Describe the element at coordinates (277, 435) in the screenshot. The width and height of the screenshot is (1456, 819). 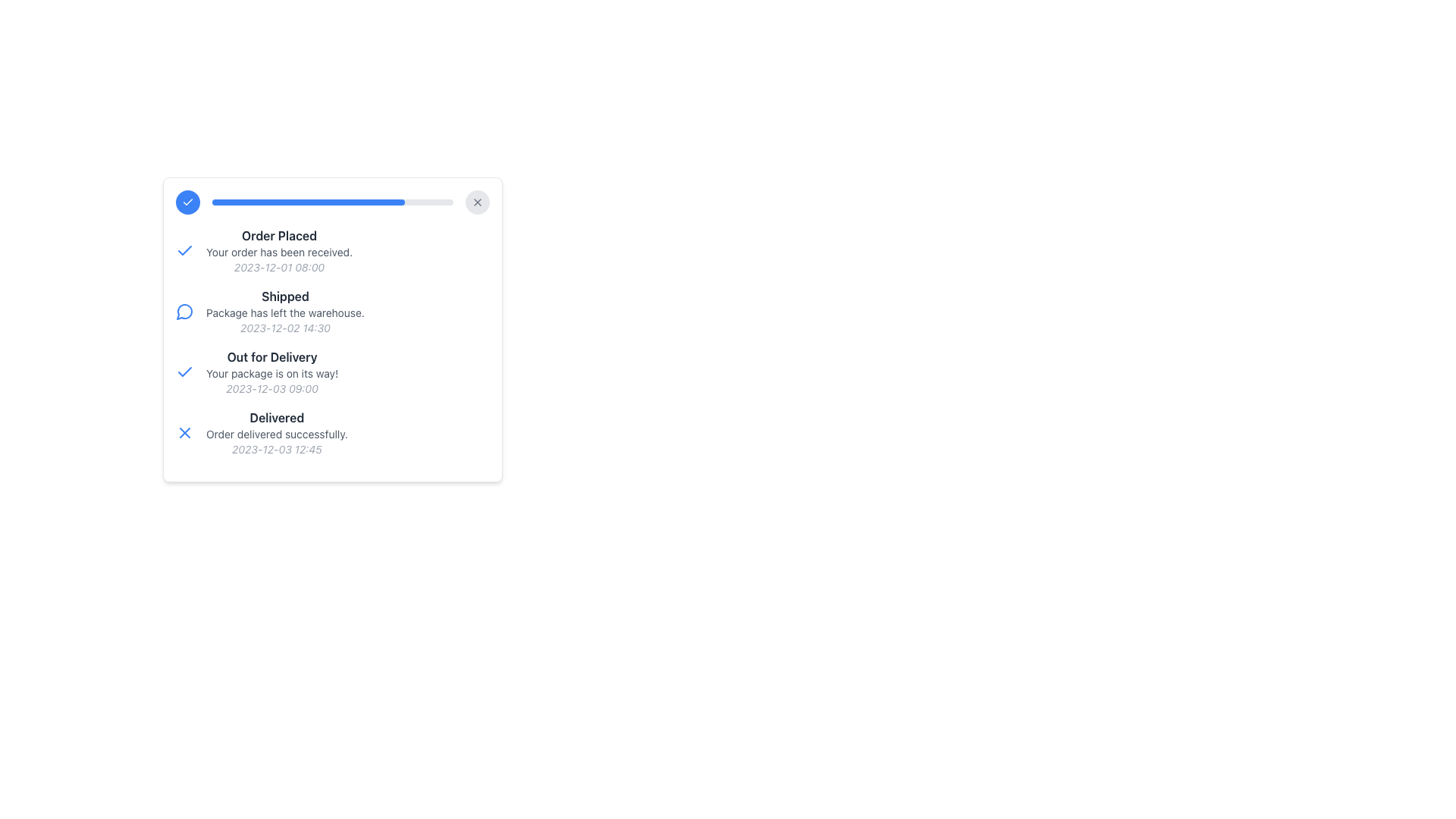
I see `the success message text indicating the completion status of the order, which is positioned below the 'Delivered' text and above the timestamp` at that location.